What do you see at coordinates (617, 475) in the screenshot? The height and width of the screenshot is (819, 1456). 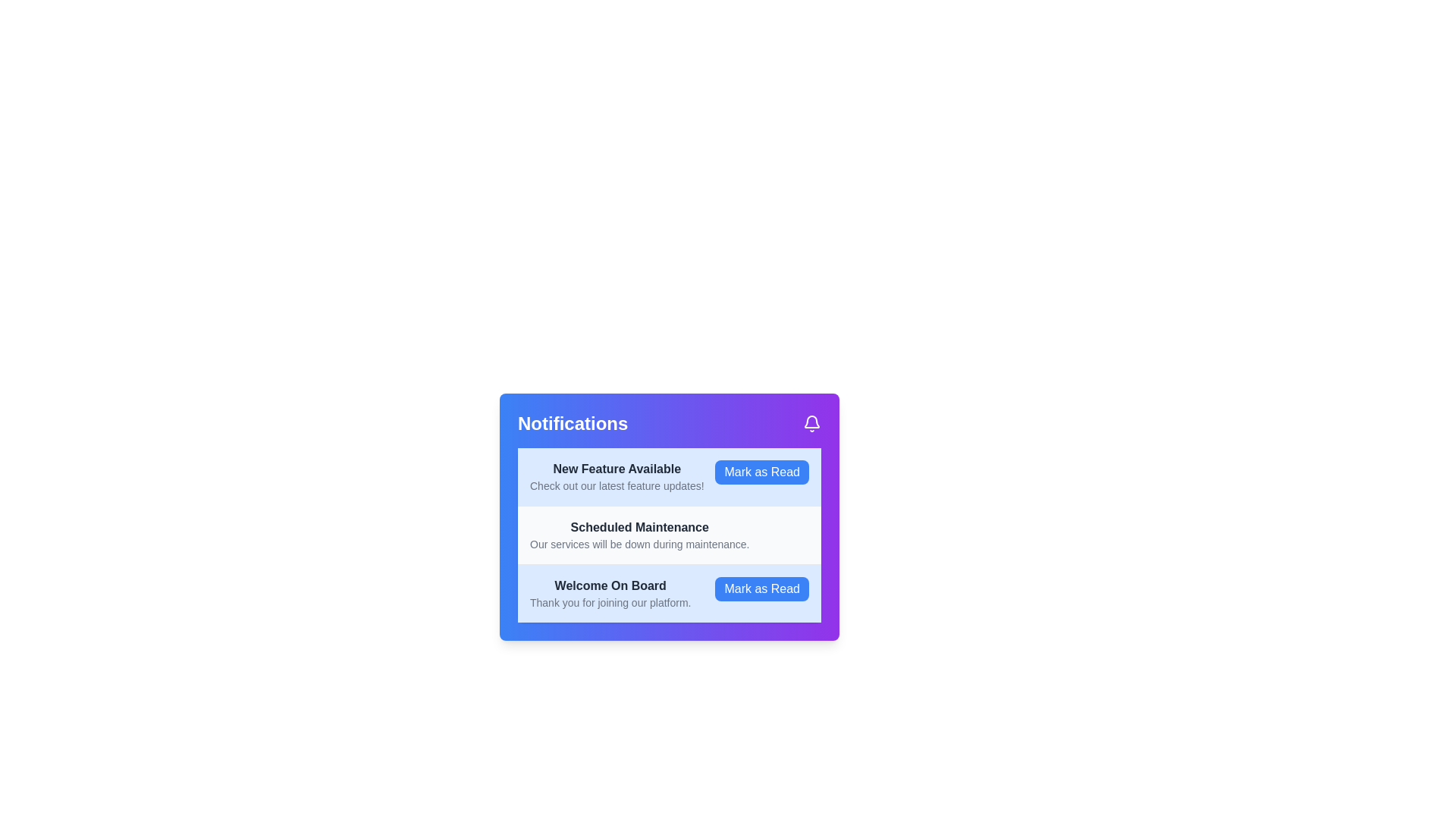 I see `the Text Content element that notifies the user about a new feature, positioned to the left of the 'Mark as Read' button and above the 'Scheduled Maintenance' notification` at bounding box center [617, 475].